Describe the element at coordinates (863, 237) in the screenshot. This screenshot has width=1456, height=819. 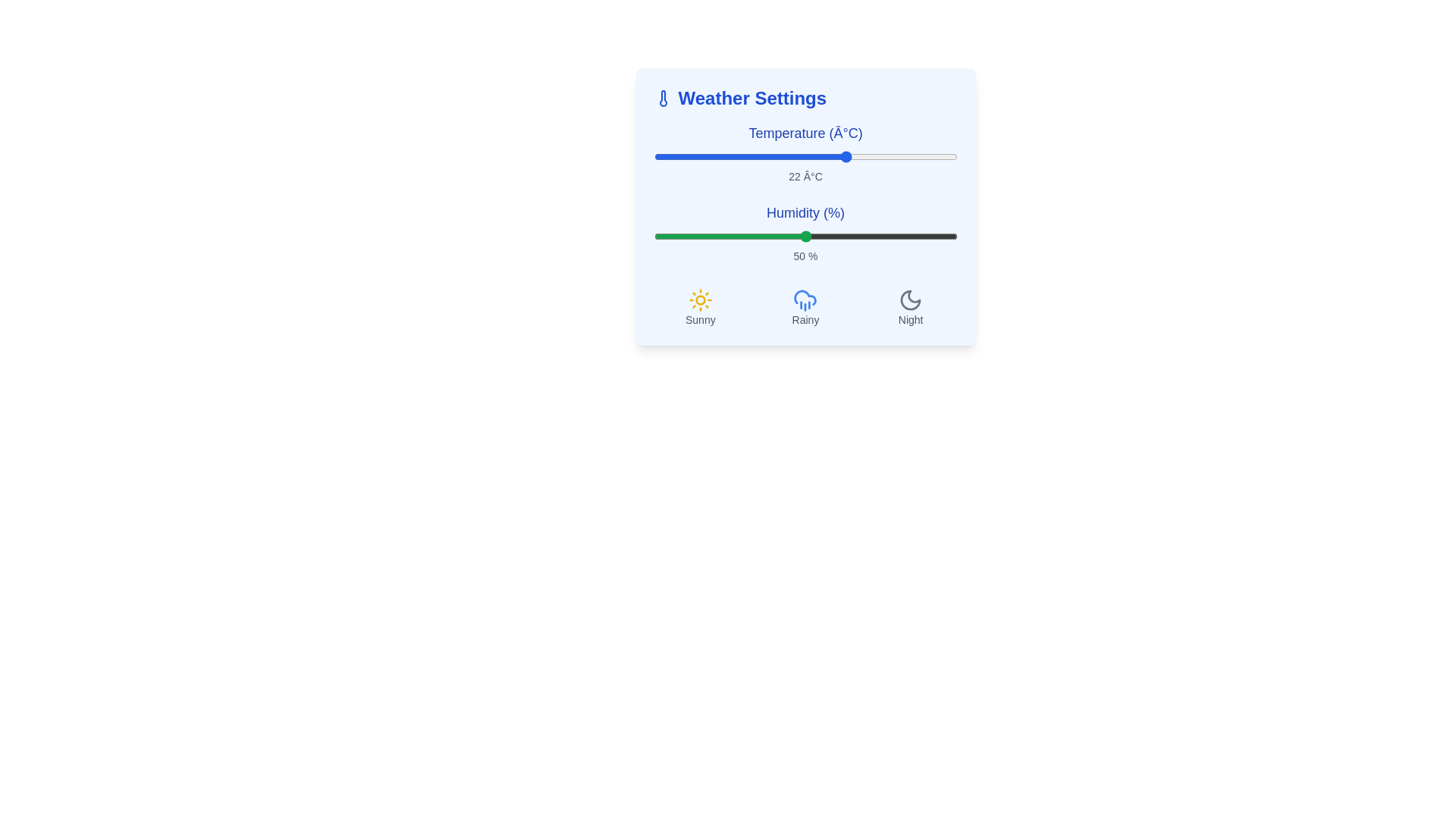
I see `the humidity` at that location.